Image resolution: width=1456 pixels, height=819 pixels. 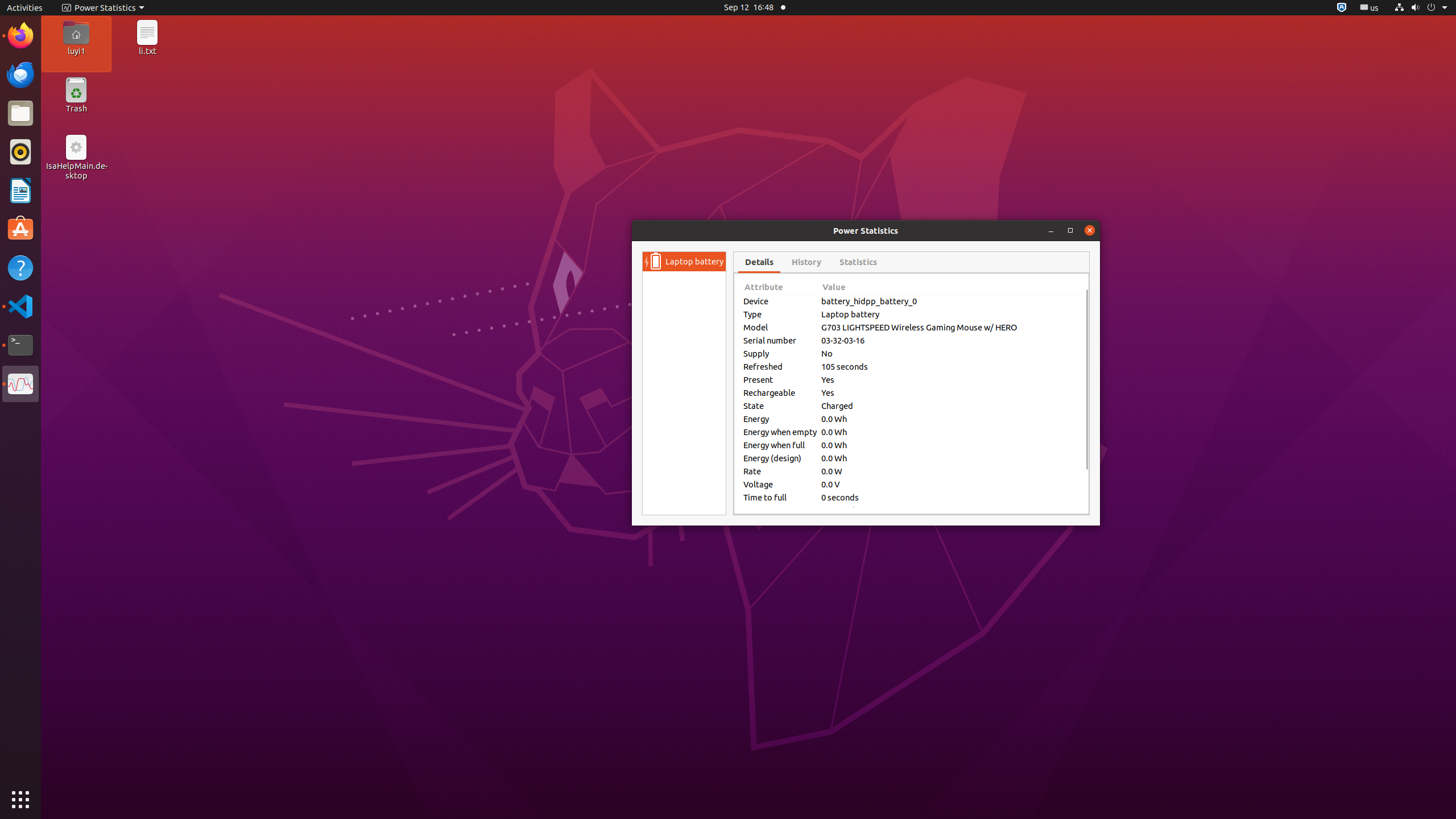 I want to click on 'Energy (design)', so click(x=779, y=457).